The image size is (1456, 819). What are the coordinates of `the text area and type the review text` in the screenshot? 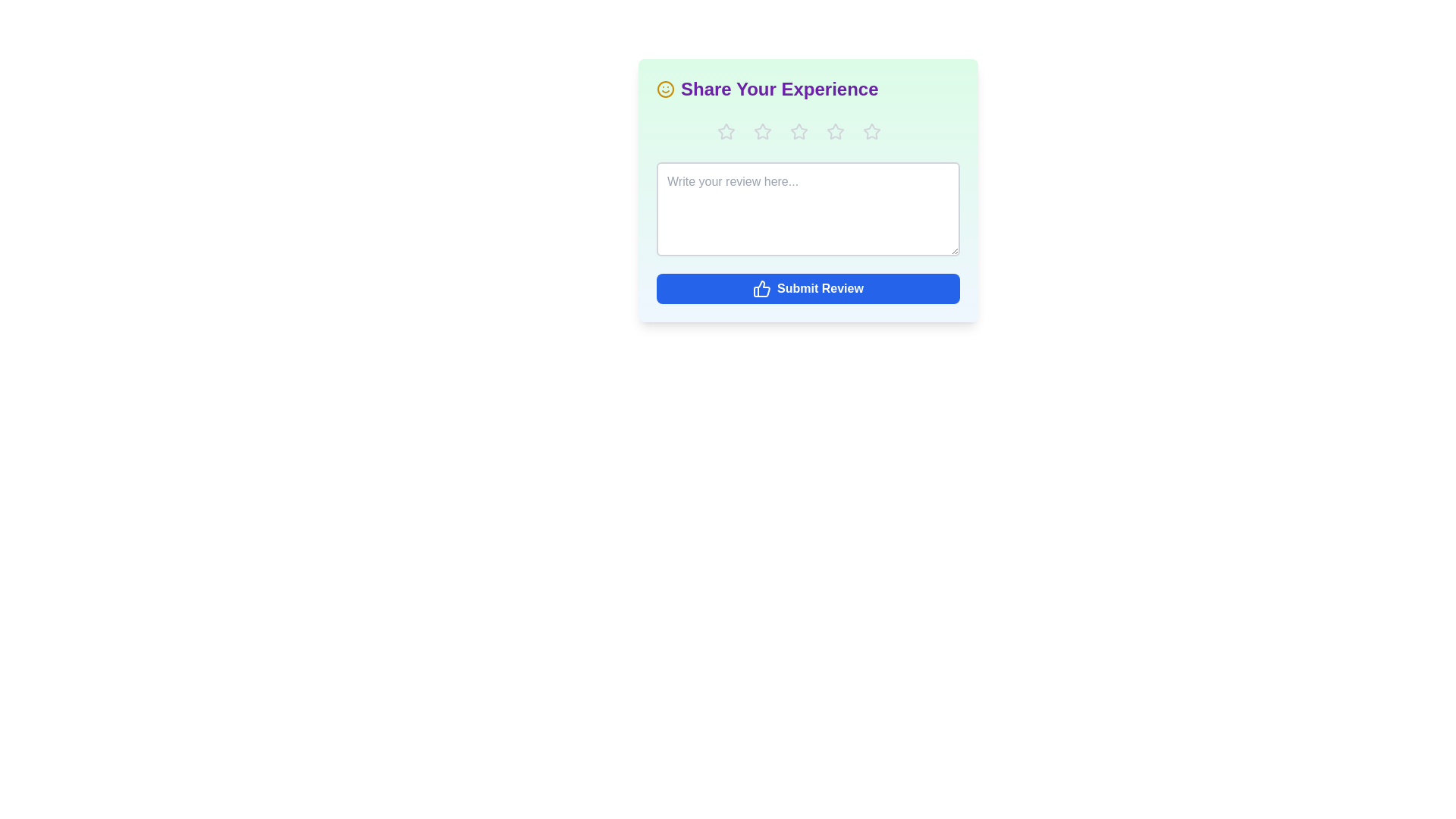 It's located at (807, 209).